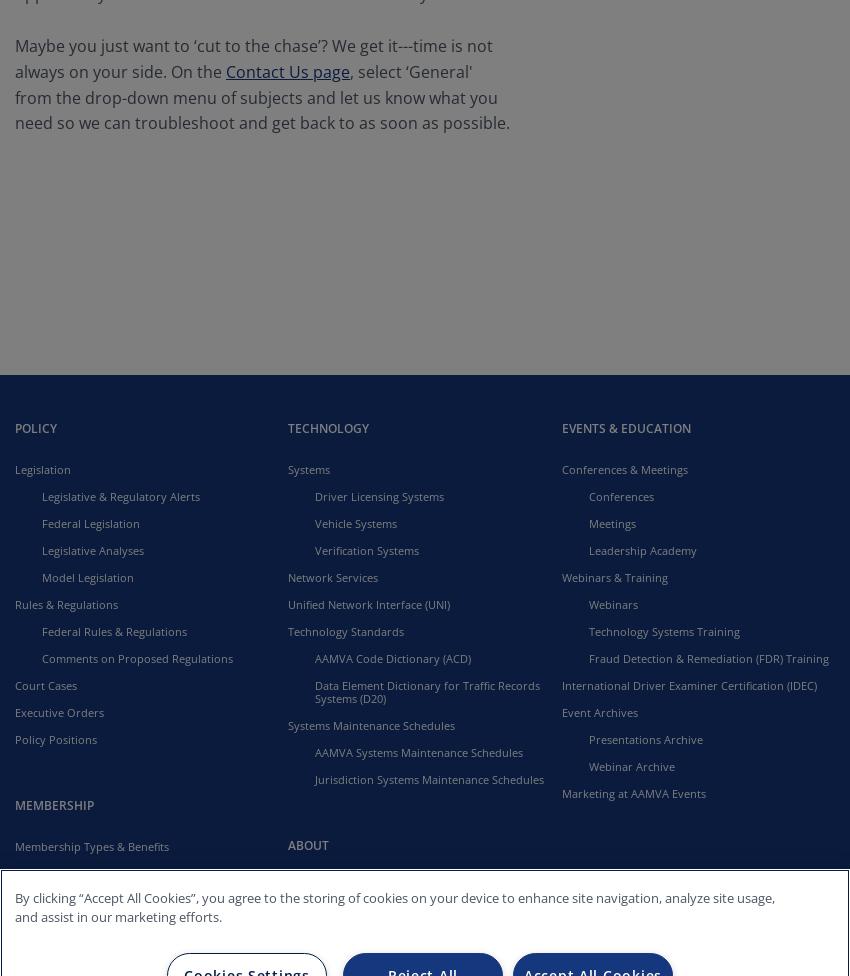 This screenshot has height=976, width=850. I want to click on 'Legislative & Regulatory Alerts', so click(120, 496).